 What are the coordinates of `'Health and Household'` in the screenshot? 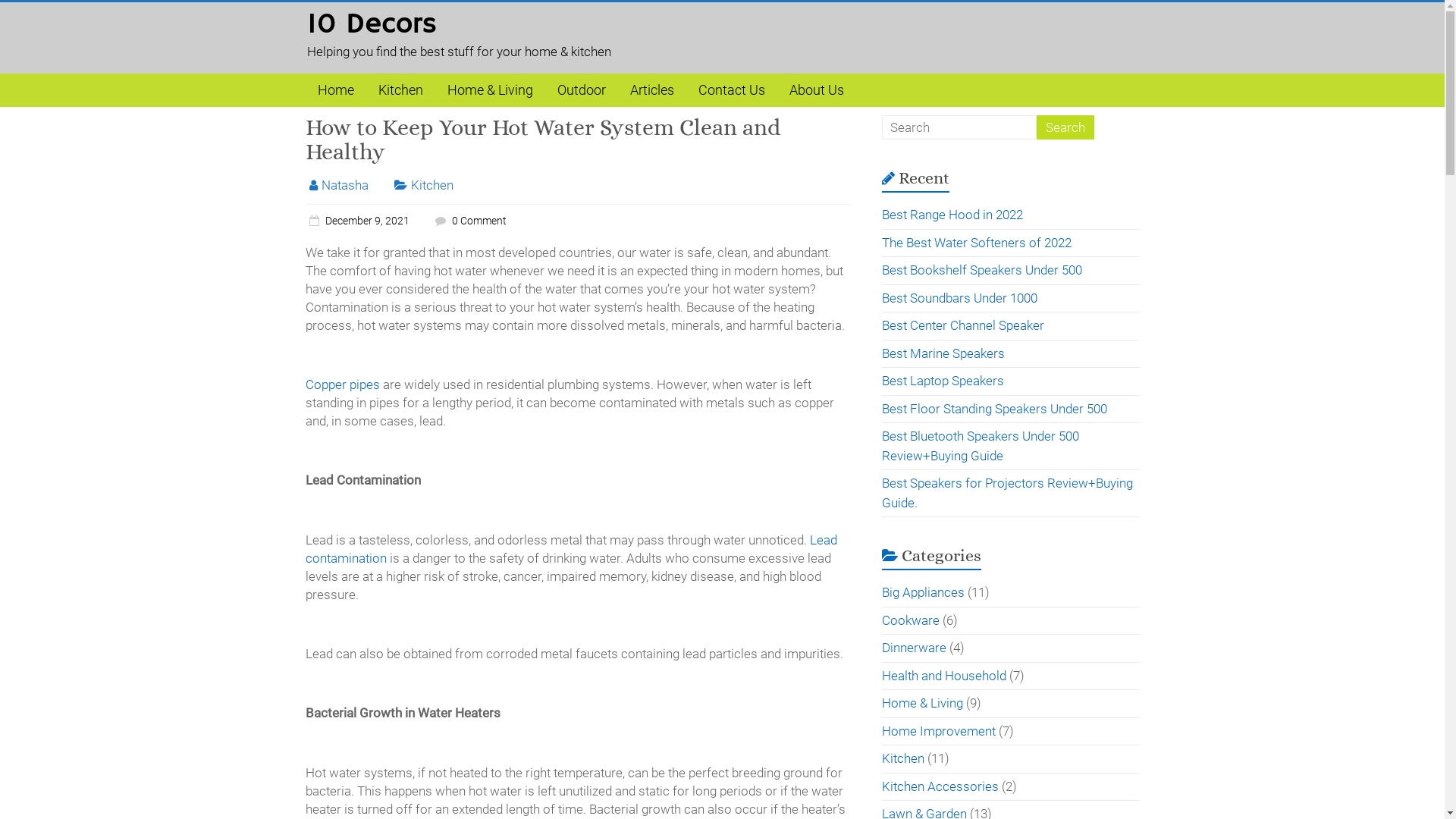 It's located at (943, 674).